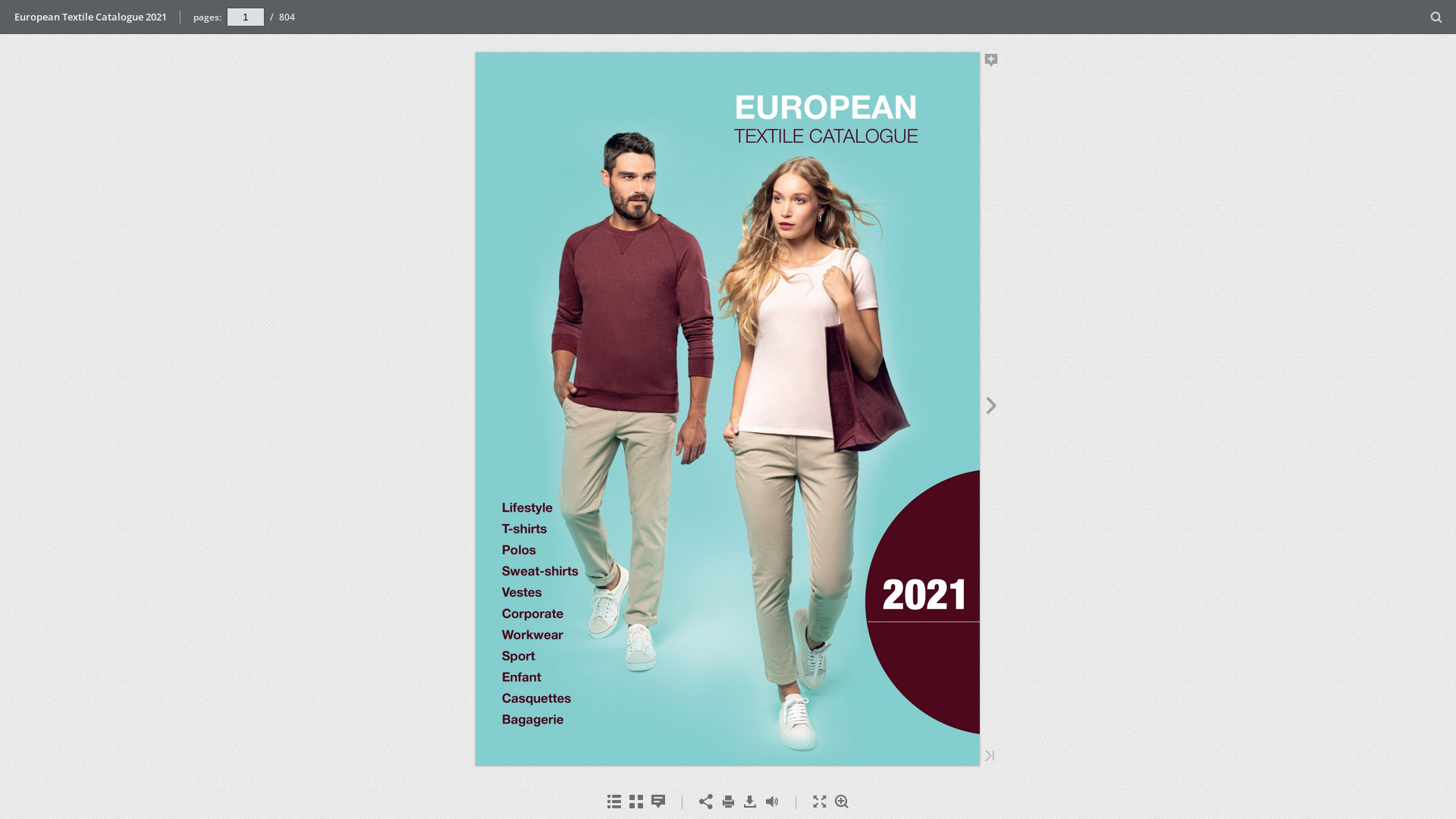 This screenshot has height=819, width=1456. What do you see at coordinates (1436, 17) in the screenshot?
I see `'Search'` at bounding box center [1436, 17].